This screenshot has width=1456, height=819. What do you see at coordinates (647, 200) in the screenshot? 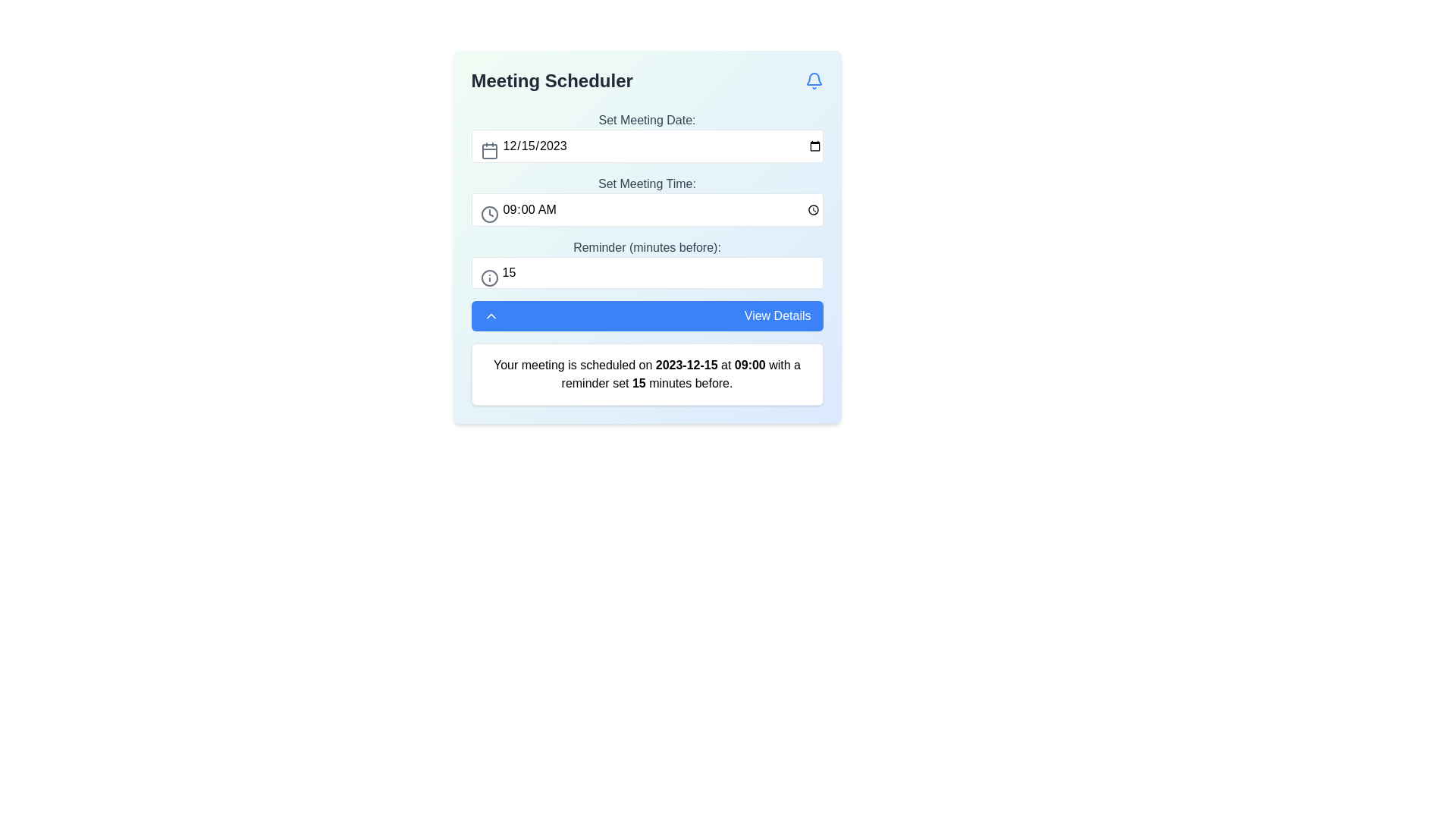
I see `the time input field labeled 'Set Meeting Time:'` at bounding box center [647, 200].